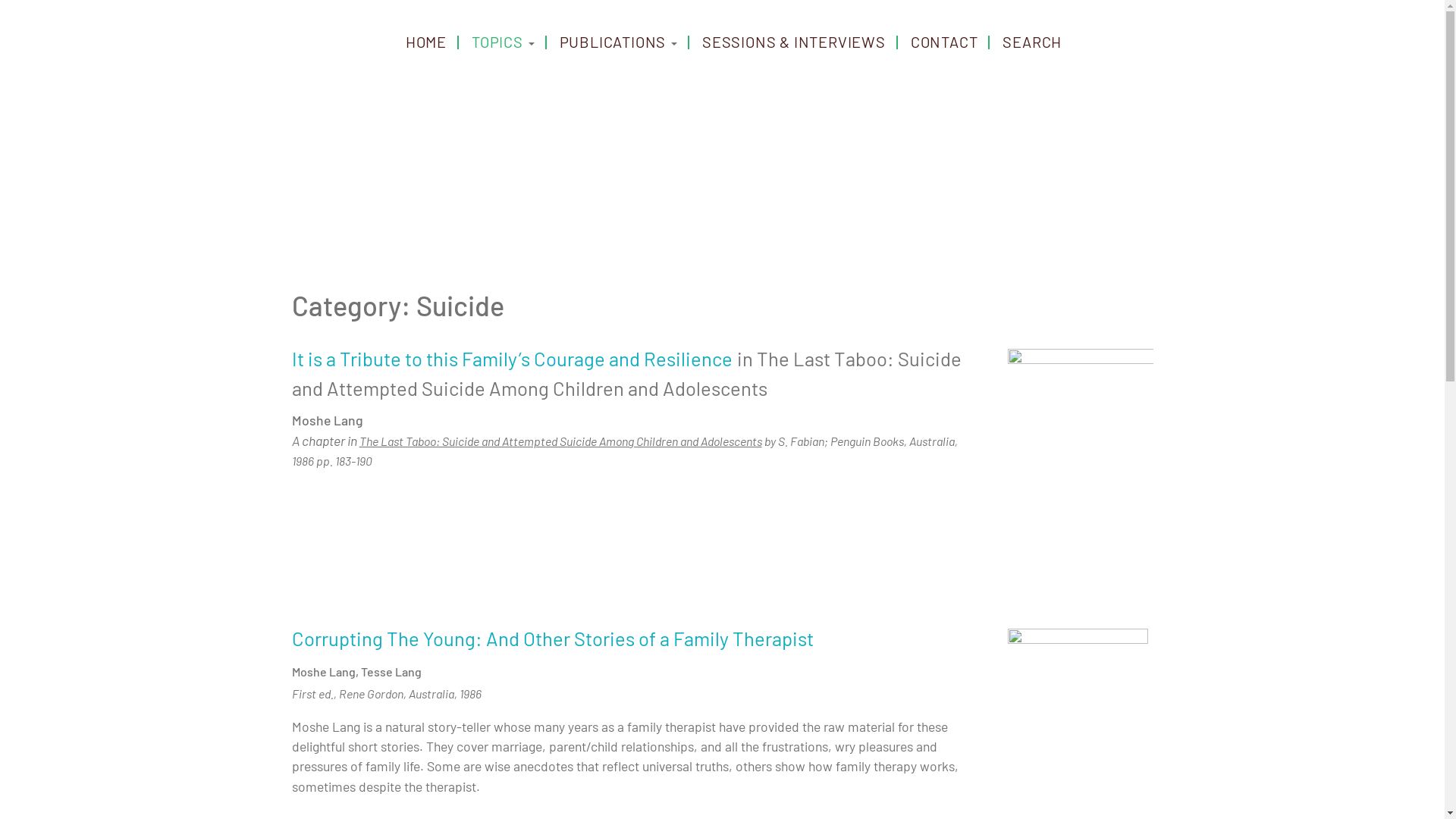 The width and height of the screenshot is (1456, 819). Describe the element at coordinates (425, 40) in the screenshot. I see `'HOME'` at that location.